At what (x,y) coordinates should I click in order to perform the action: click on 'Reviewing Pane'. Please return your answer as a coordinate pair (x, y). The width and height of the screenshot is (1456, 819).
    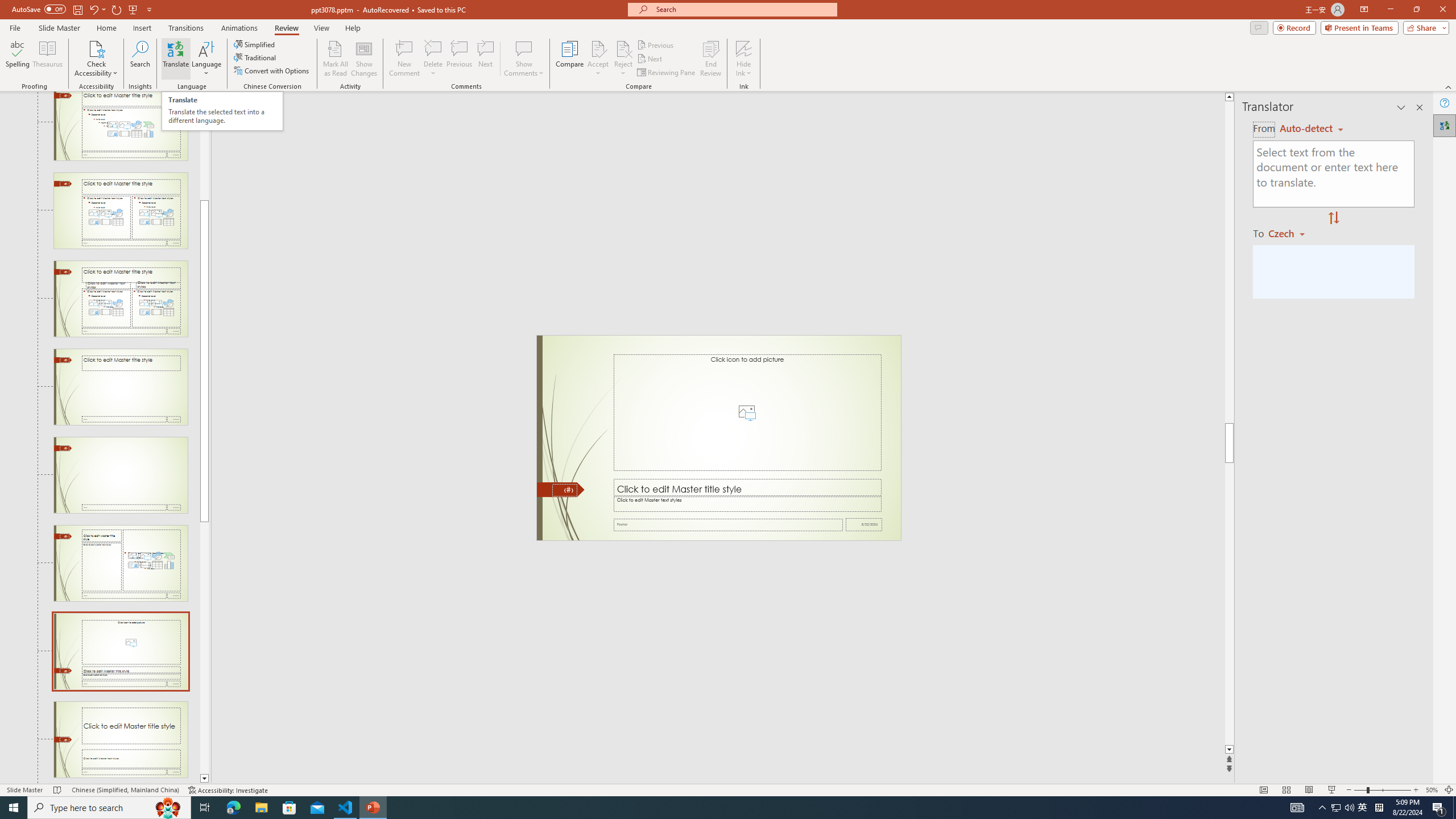
    Looking at the image, I should click on (666, 72).